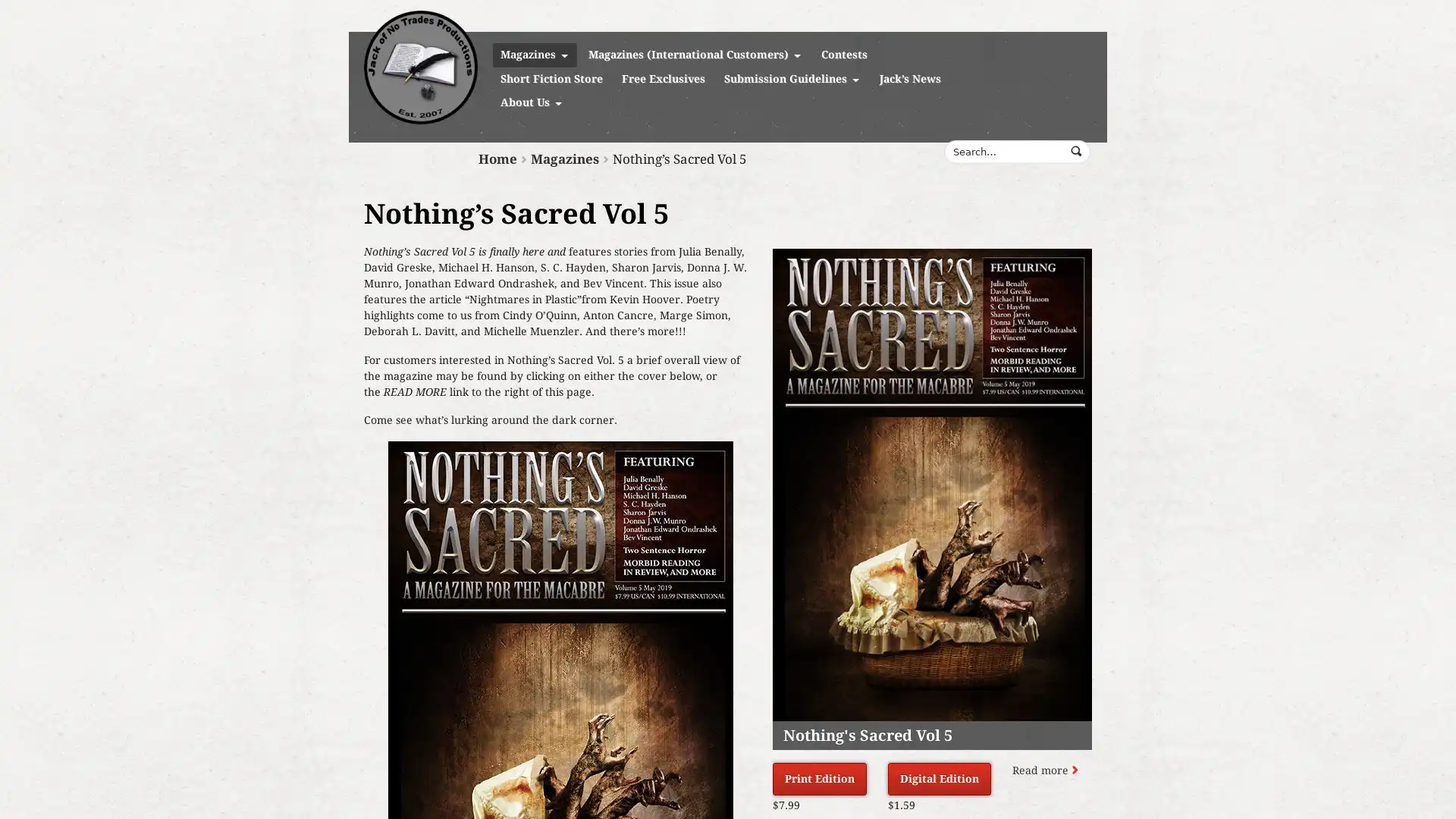 The image size is (1456, 819). What do you see at coordinates (1076, 151) in the screenshot?
I see `Submit` at bounding box center [1076, 151].